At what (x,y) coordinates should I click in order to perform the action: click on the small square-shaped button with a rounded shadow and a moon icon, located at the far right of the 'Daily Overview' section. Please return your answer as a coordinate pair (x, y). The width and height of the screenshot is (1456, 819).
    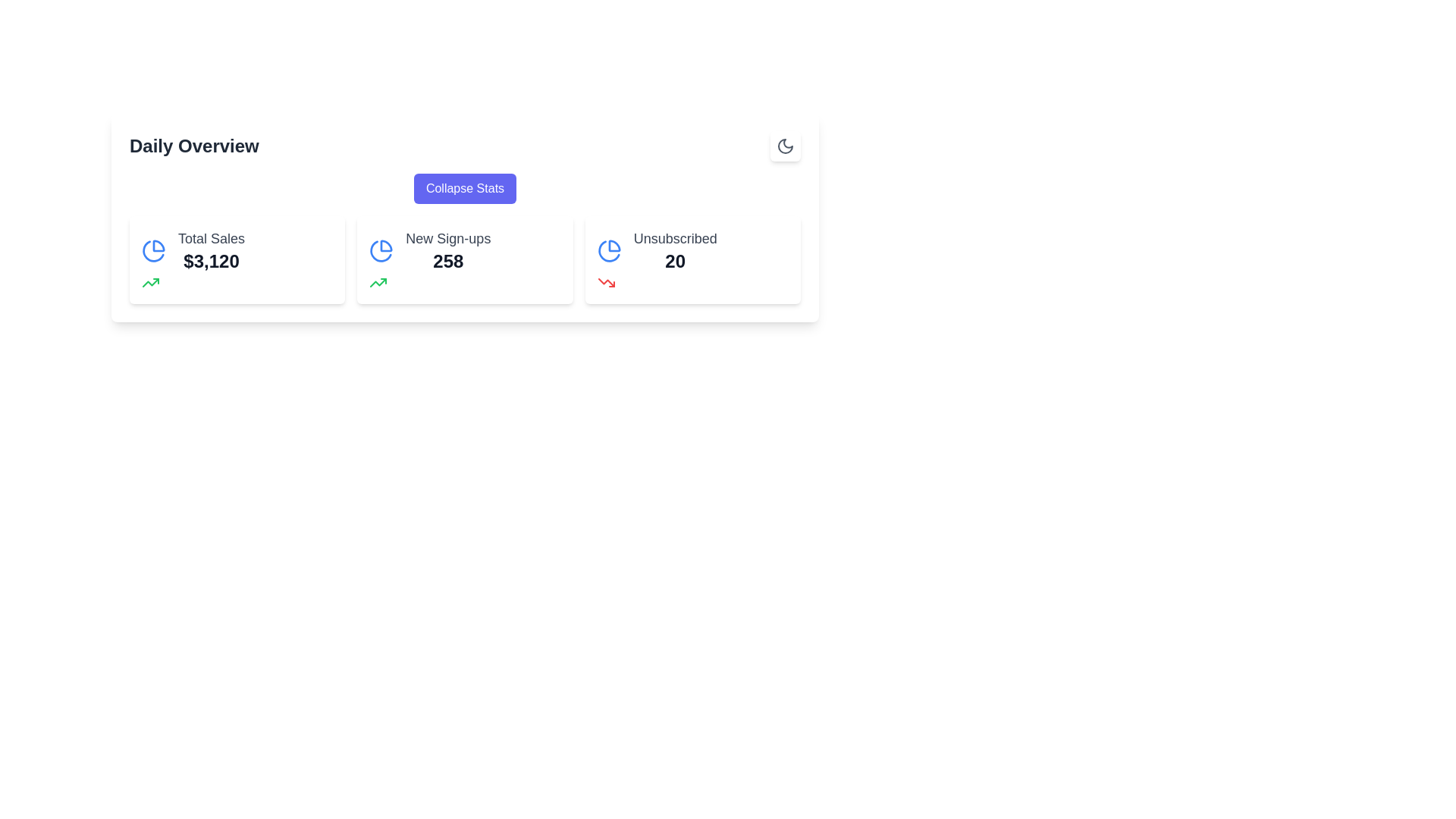
    Looking at the image, I should click on (786, 146).